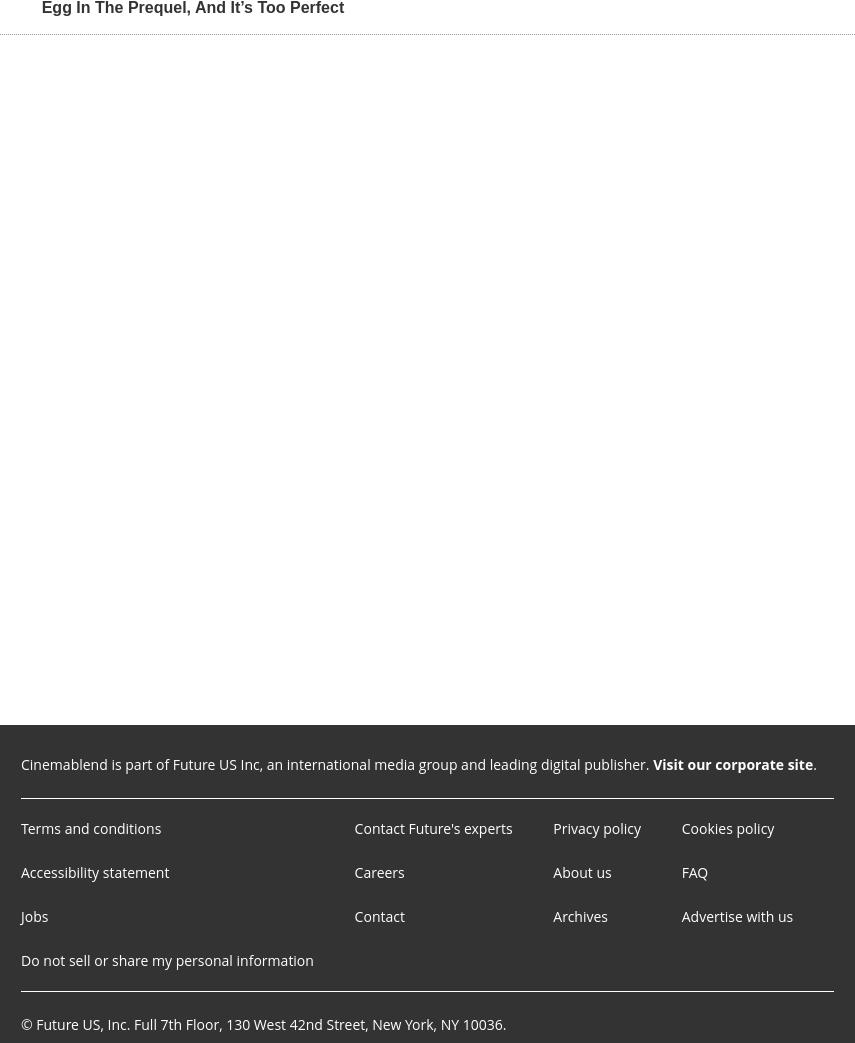 The image size is (855, 1043). What do you see at coordinates (90, 827) in the screenshot?
I see `'Terms and conditions'` at bounding box center [90, 827].